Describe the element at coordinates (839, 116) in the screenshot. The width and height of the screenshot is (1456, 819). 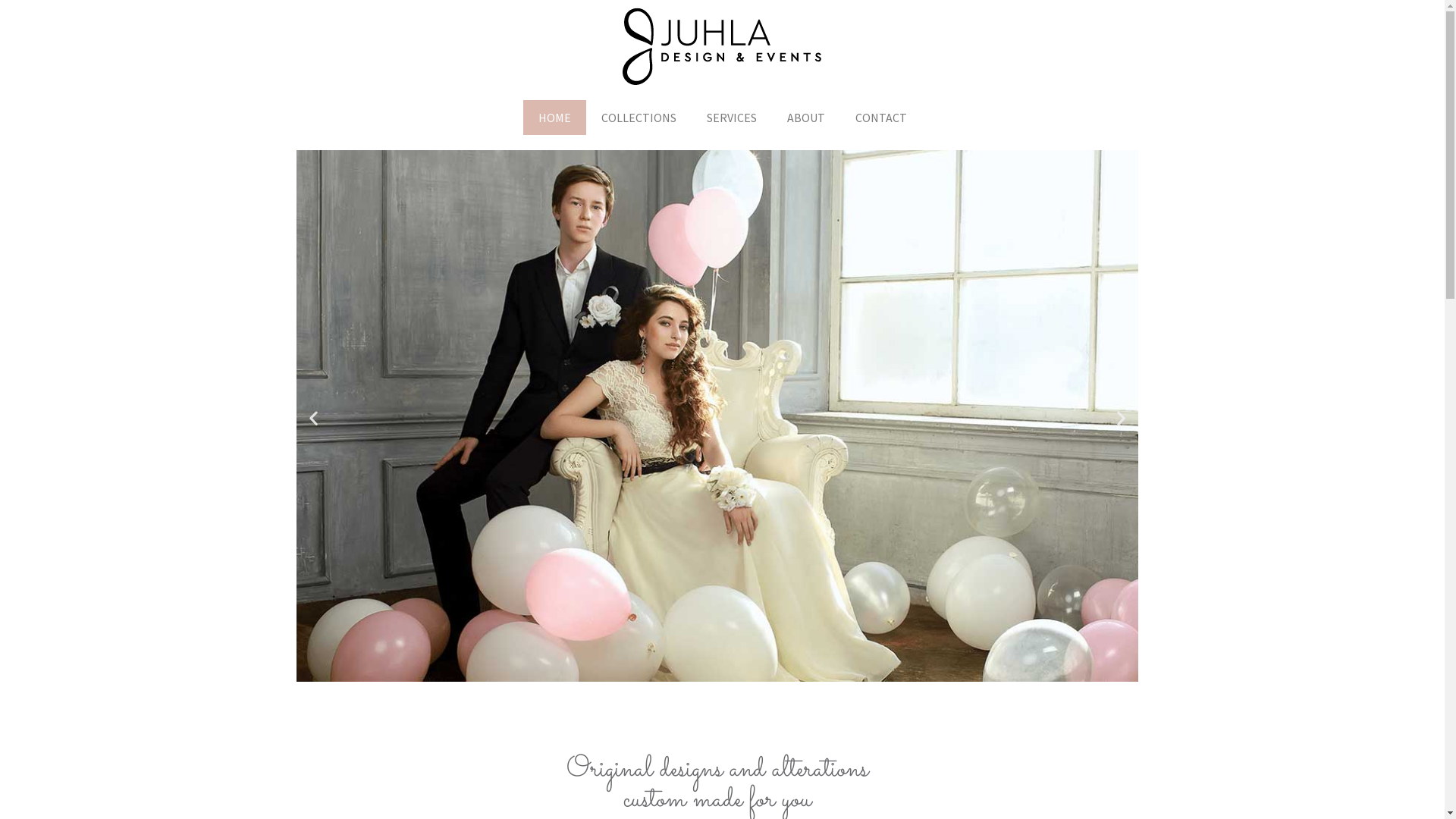
I see `'CONTACT'` at that location.